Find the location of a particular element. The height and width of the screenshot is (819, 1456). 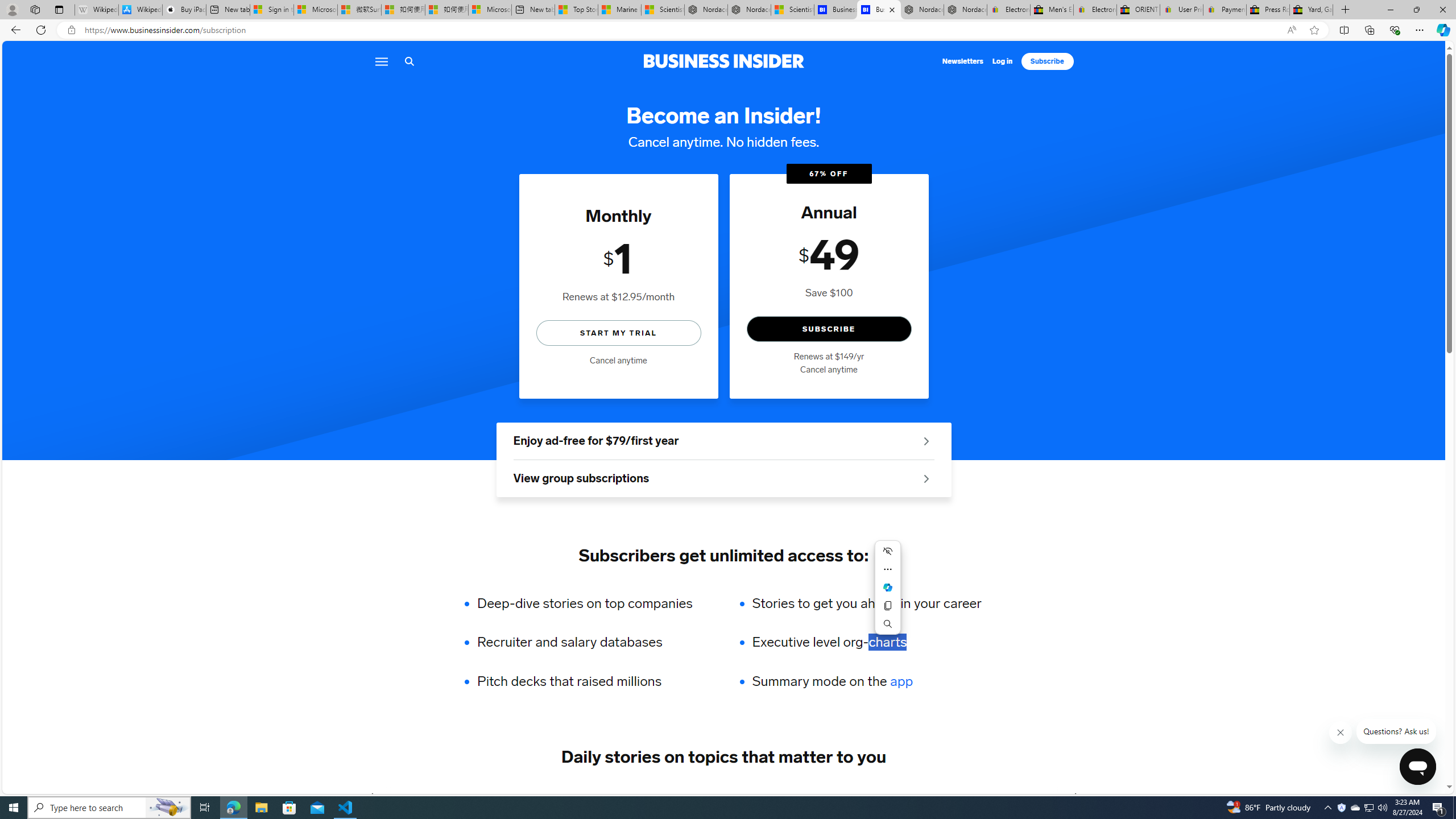

'Newsletters' is located at coordinates (962, 61).